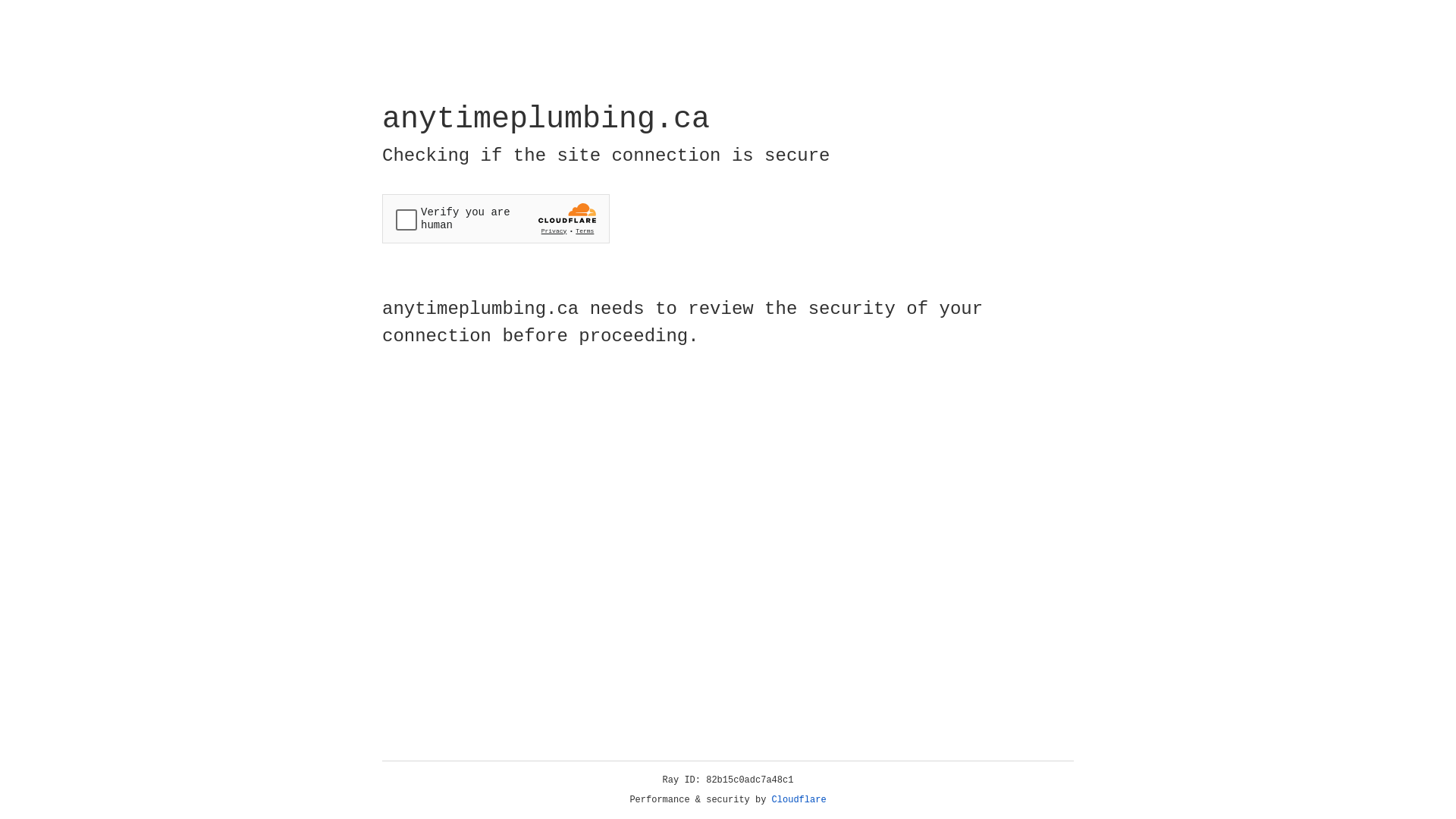 The height and width of the screenshot is (819, 1456). I want to click on 'Cloudflare', so click(799, 799).